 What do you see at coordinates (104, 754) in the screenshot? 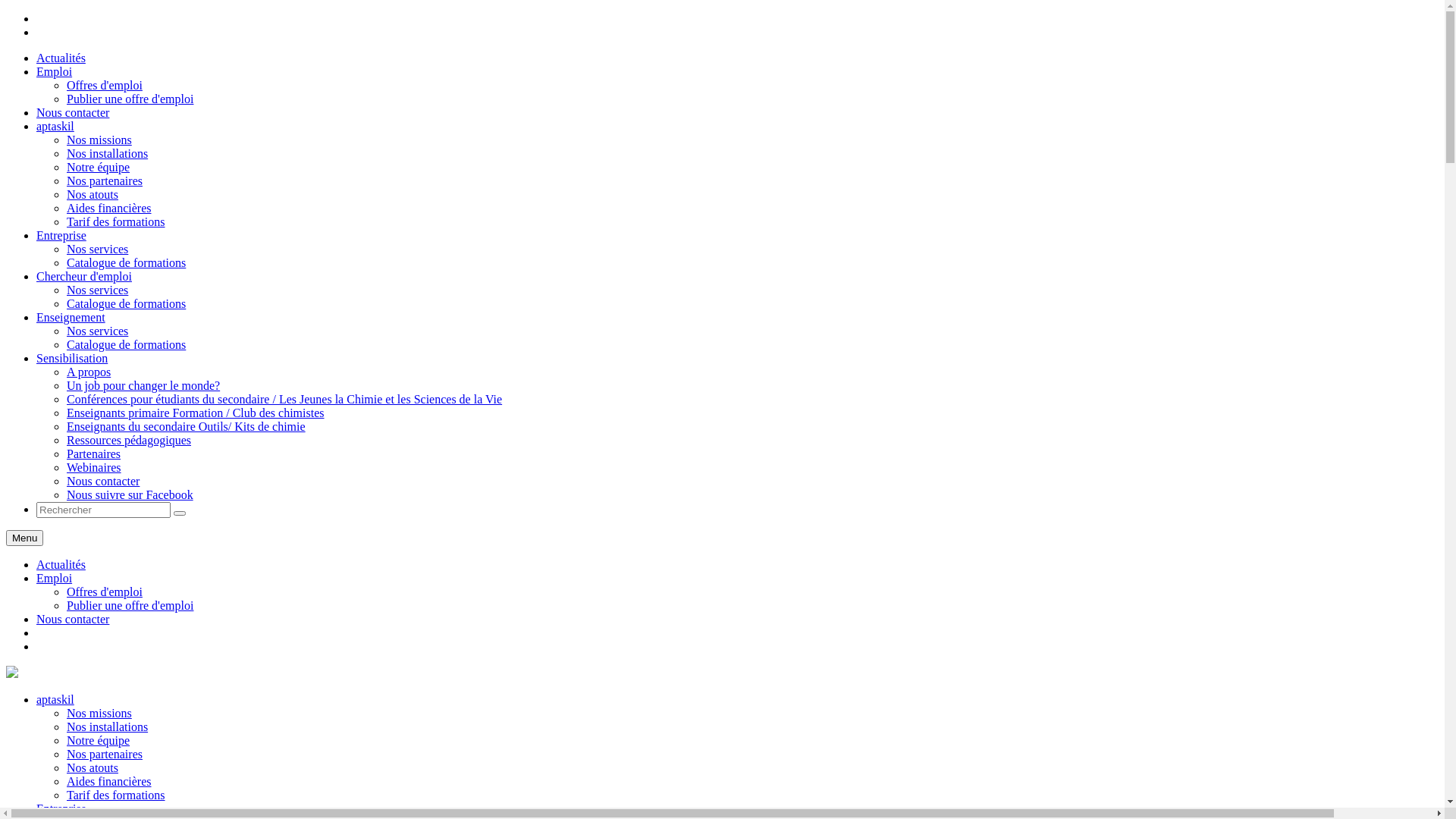
I see `'Nos partenaires'` at bounding box center [104, 754].